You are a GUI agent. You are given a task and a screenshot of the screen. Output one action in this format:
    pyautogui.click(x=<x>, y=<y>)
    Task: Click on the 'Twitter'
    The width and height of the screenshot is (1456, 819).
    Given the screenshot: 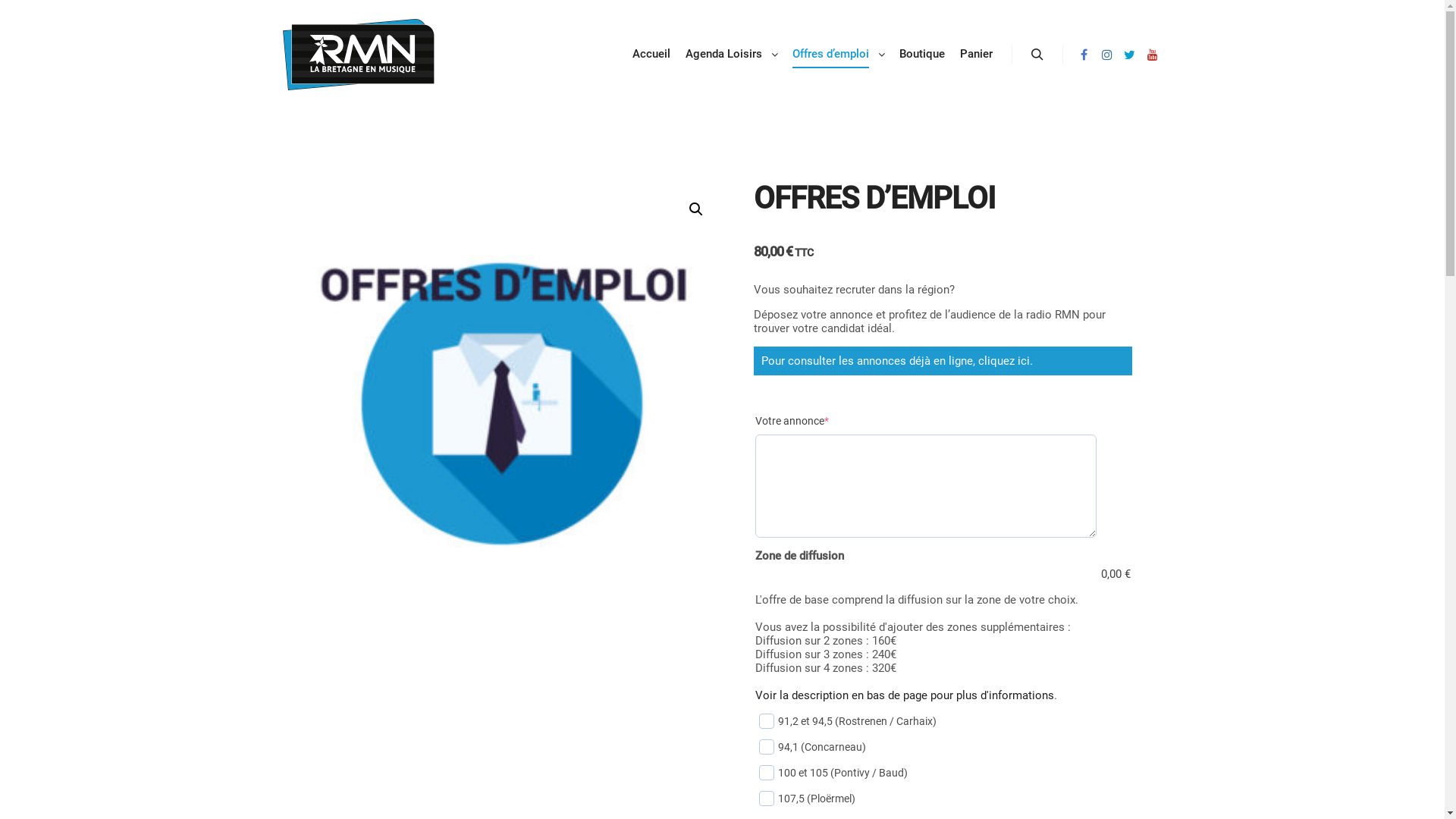 What is the action you would take?
    pyautogui.click(x=1128, y=54)
    